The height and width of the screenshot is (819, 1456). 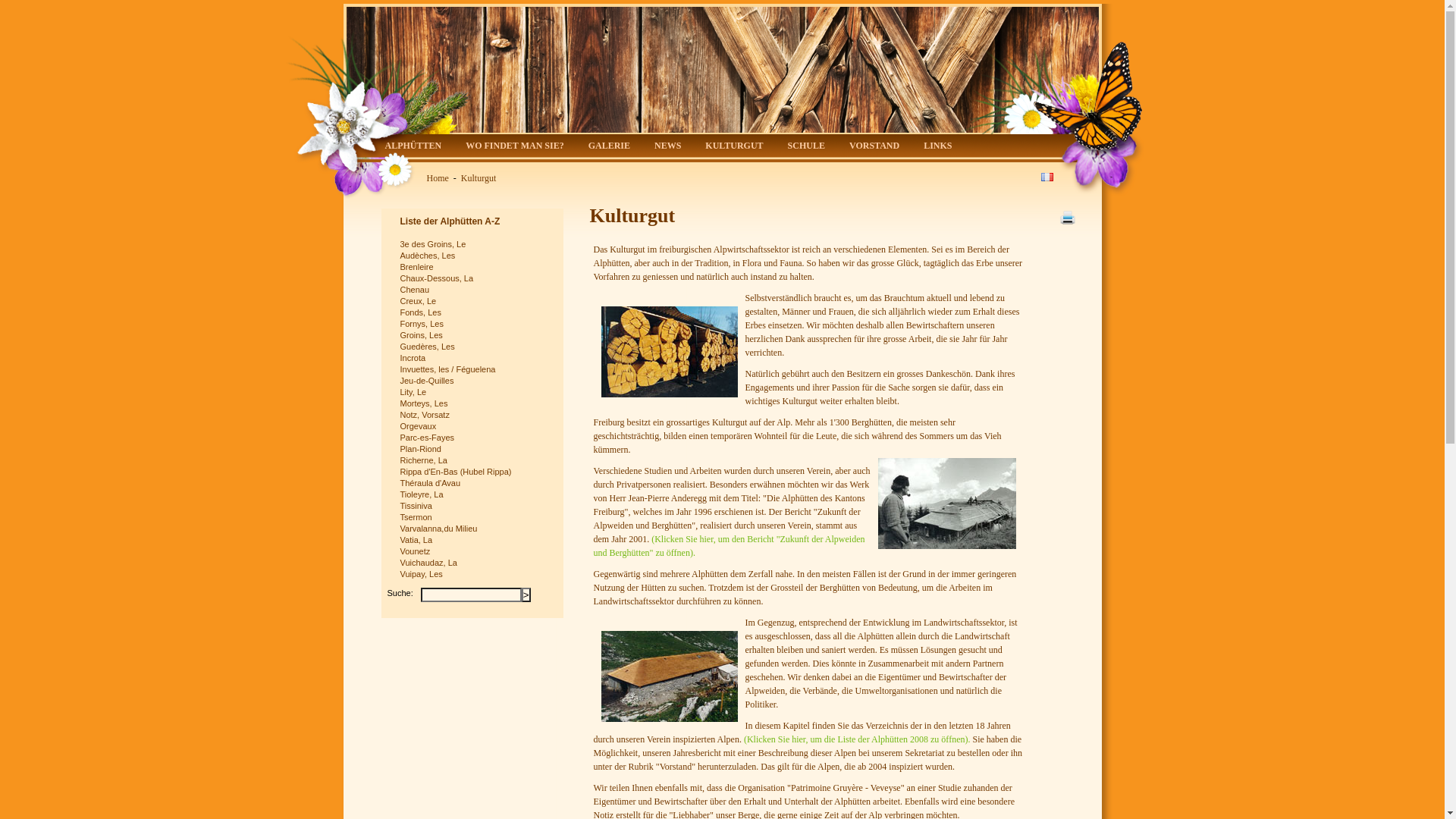 I want to click on 'Chaux-Dessous, La', so click(x=473, y=278).